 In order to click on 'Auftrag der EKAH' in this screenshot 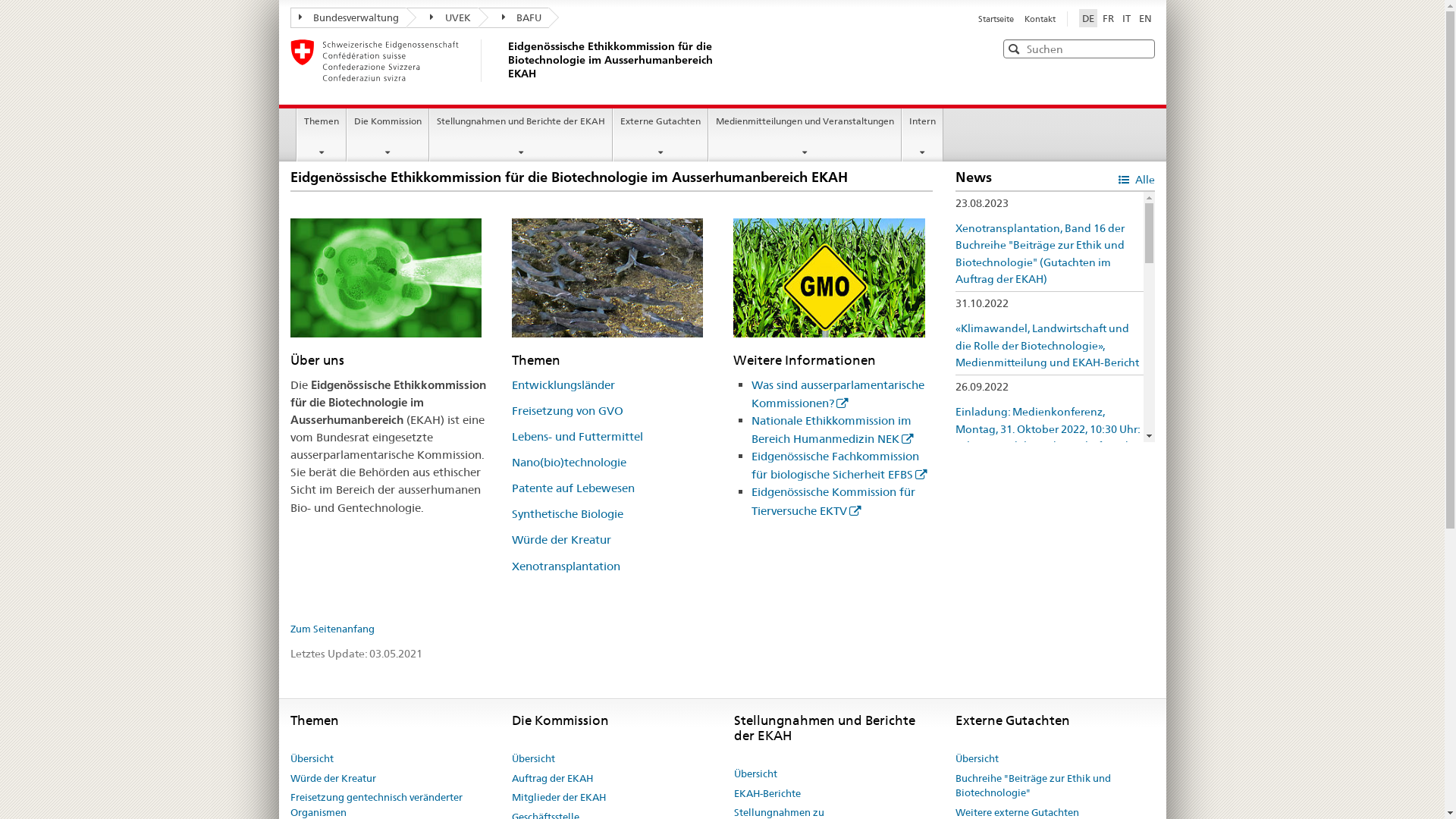, I will do `click(512, 778)`.